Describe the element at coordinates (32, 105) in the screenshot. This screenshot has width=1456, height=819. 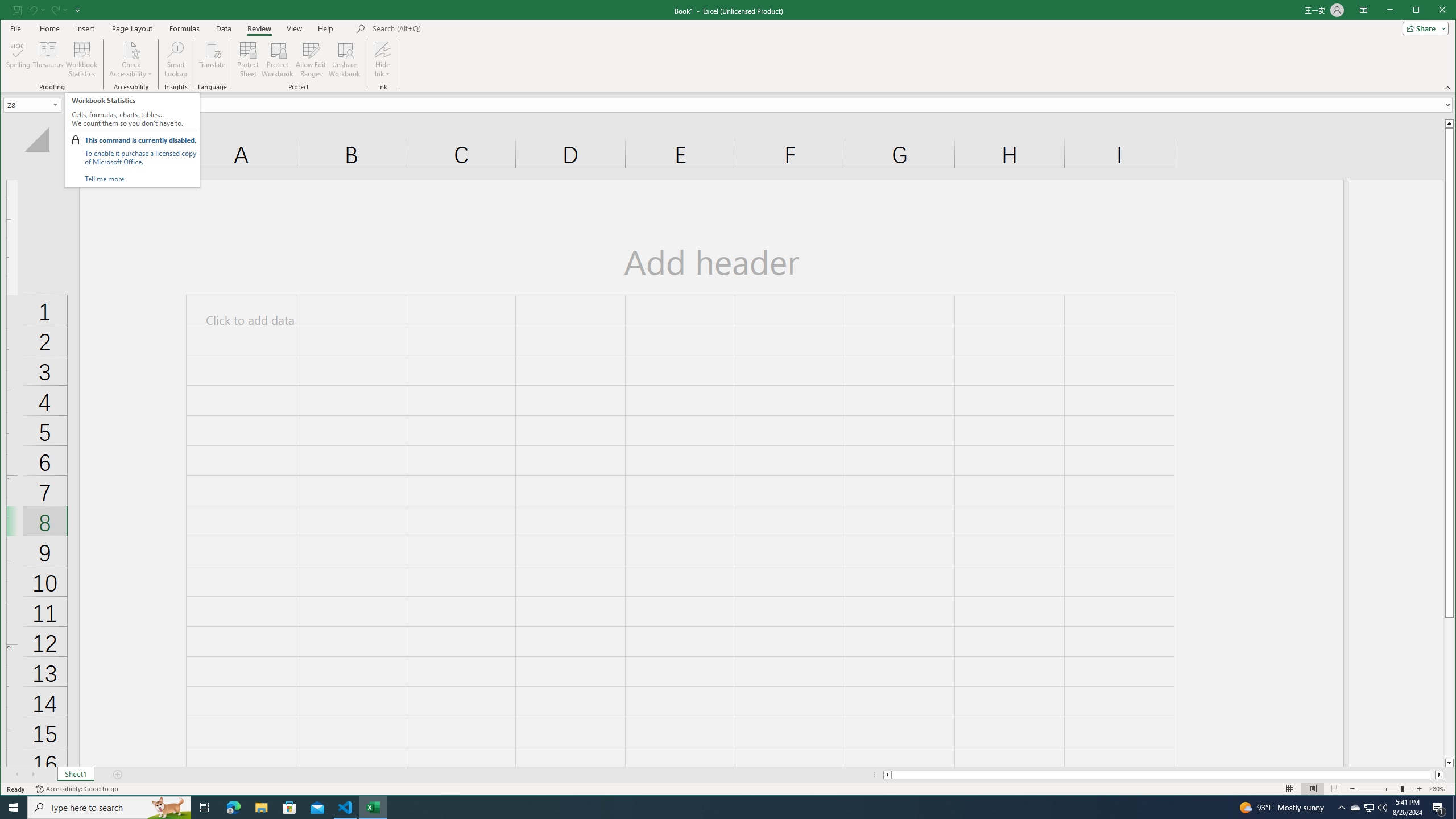
I see `'Name Box'` at that location.